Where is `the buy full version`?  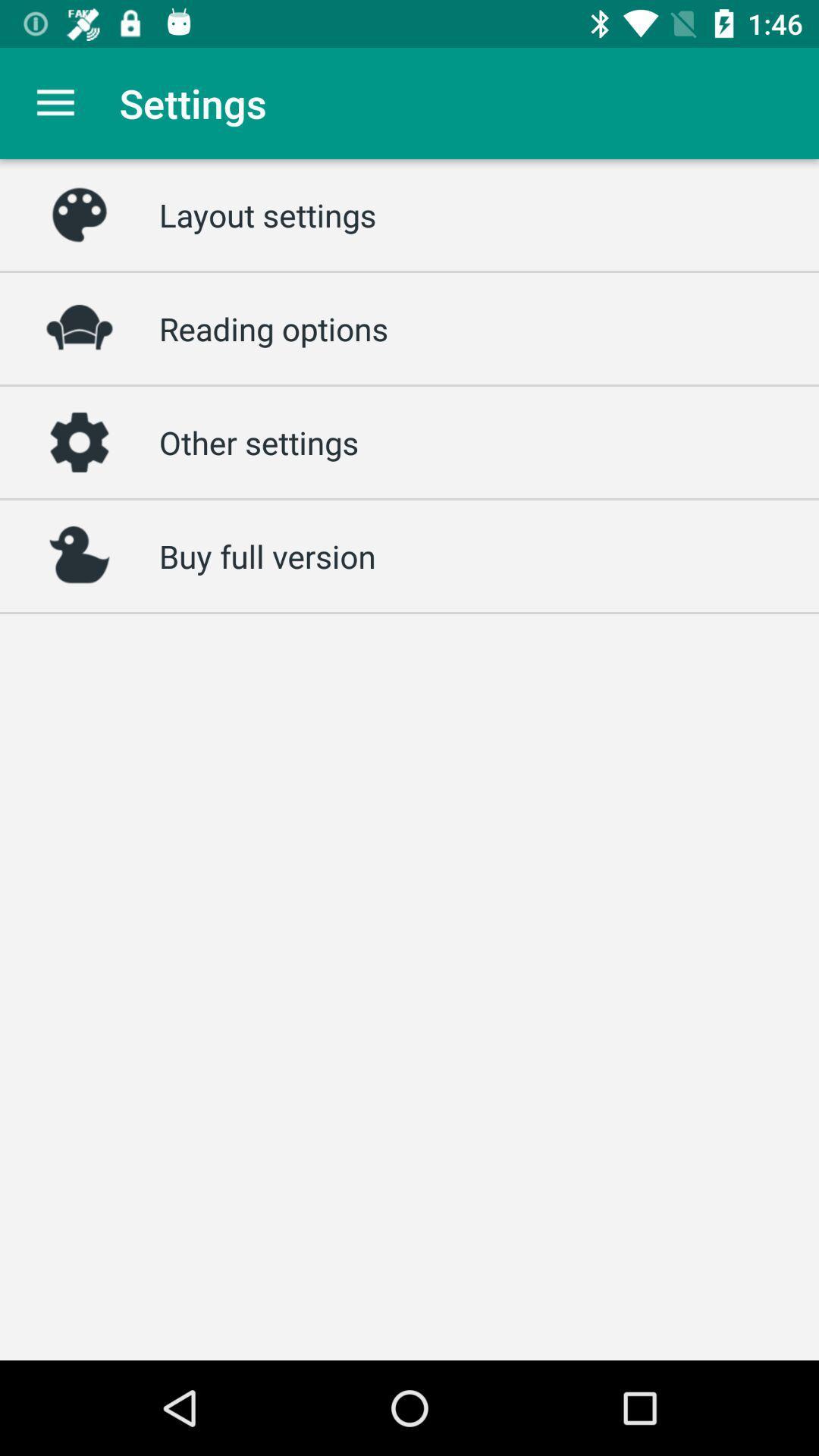 the buy full version is located at coordinates (266, 555).